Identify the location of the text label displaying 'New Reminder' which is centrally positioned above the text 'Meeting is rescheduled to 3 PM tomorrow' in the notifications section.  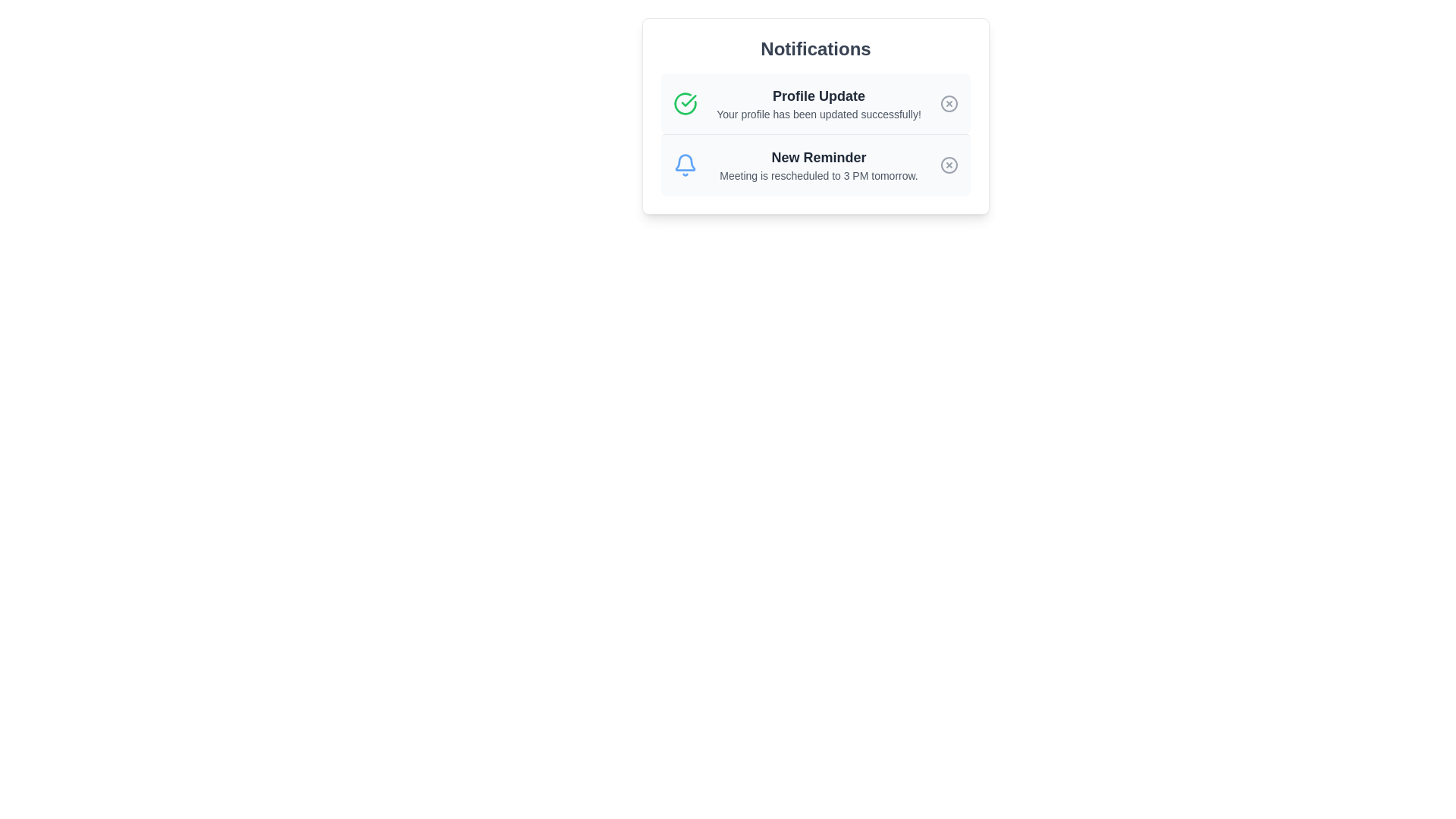
(818, 158).